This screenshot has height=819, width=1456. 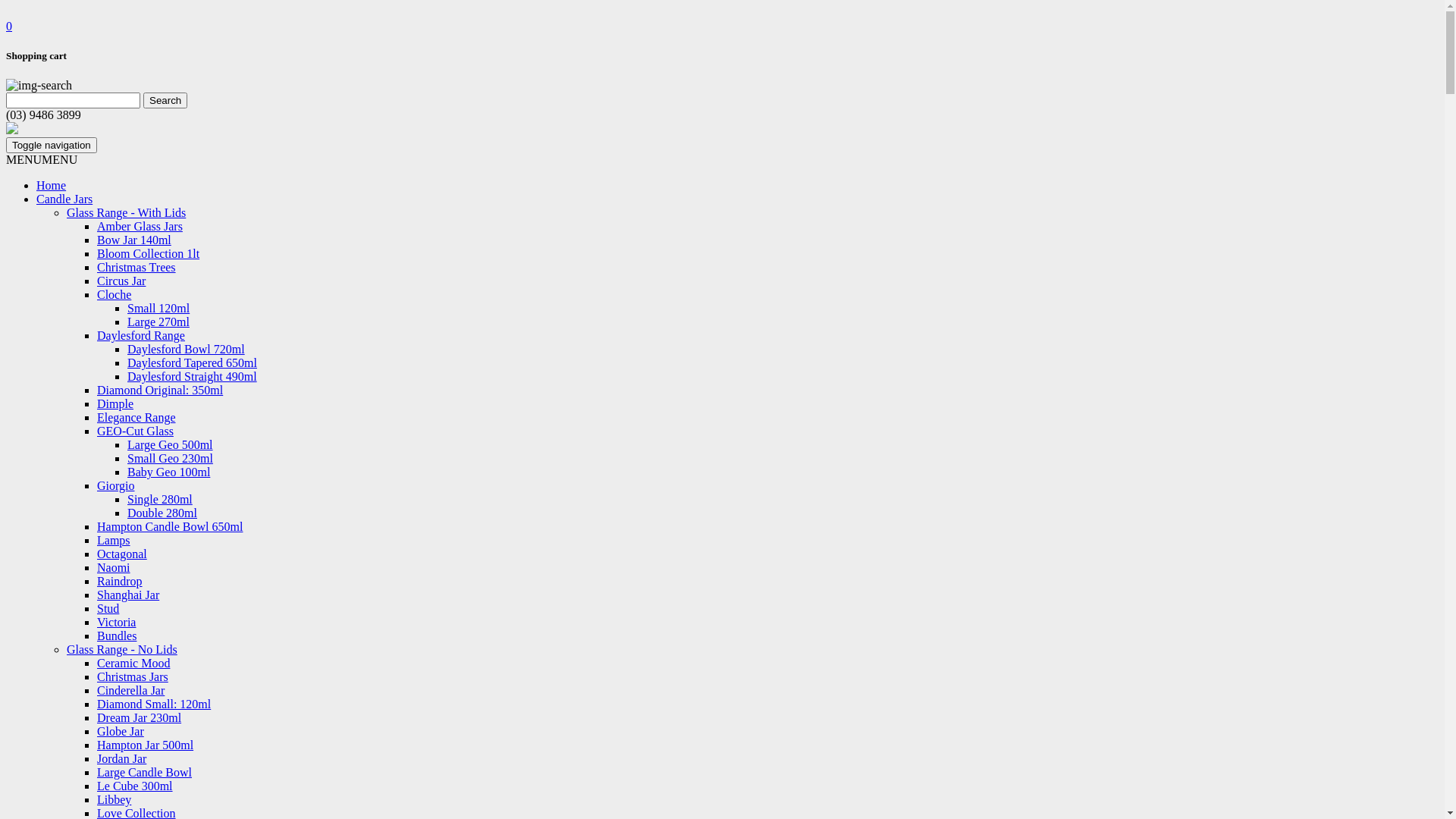 I want to click on 'Libbey', so click(x=113, y=799).